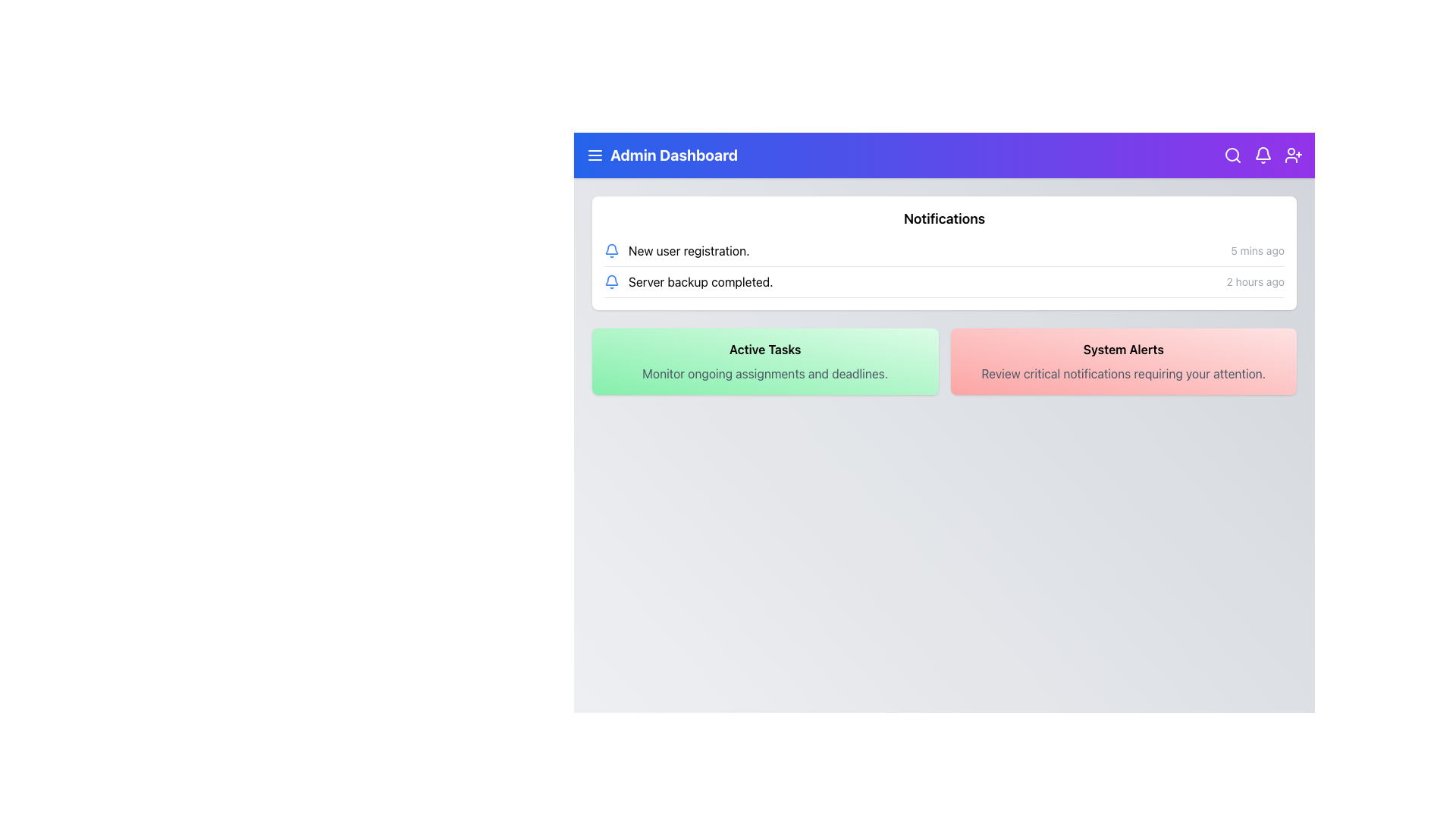 This screenshot has width=1456, height=819. I want to click on static text displaying 'Monitor ongoing assignments and deadlines.' located below the title 'Active Tasks' within a green-shaded box, so click(765, 374).